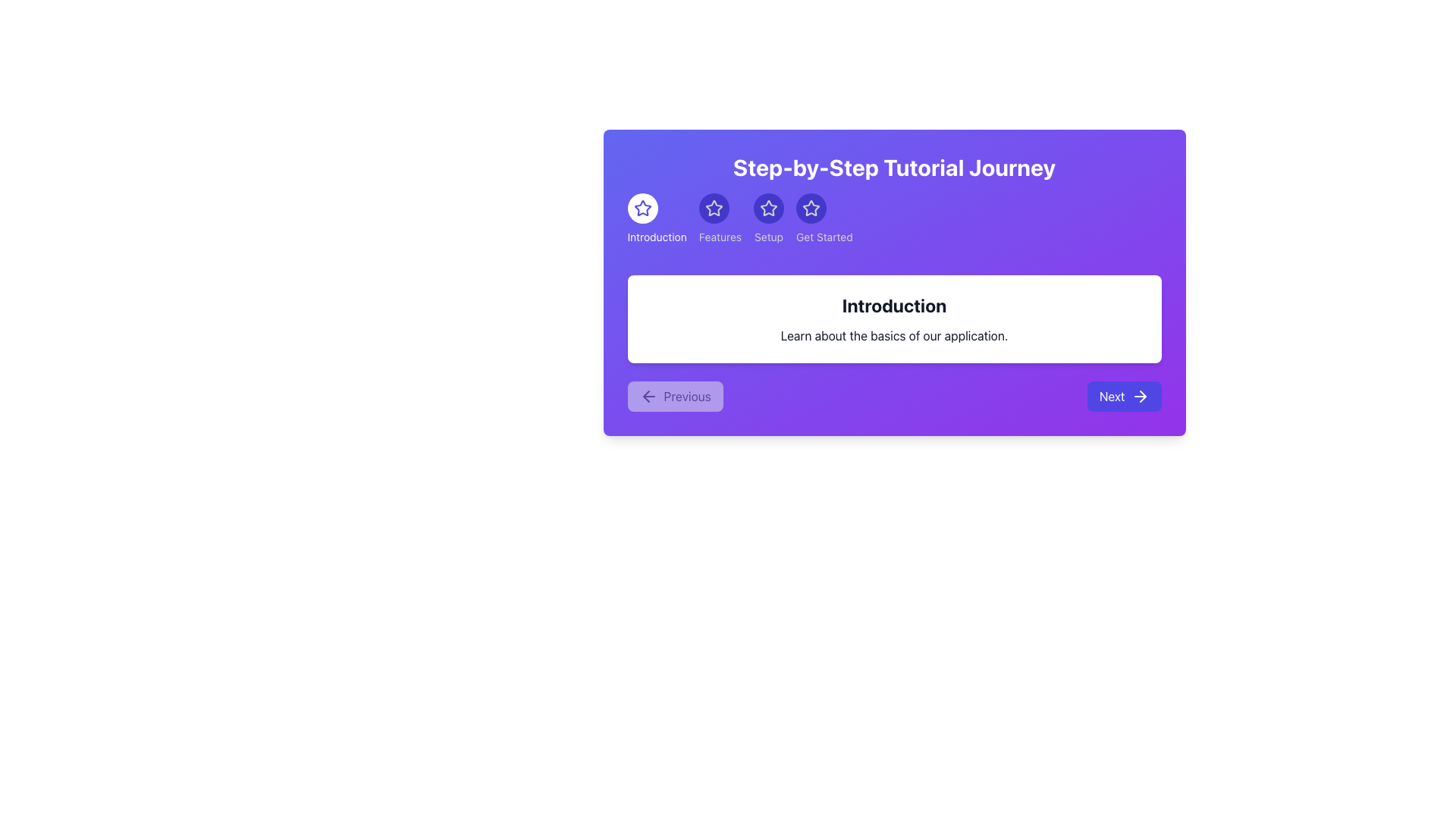 The width and height of the screenshot is (1456, 819). What do you see at coordinates (657, 219) in the screenshot?
I see `the 'Introduction' step indicator, which is the first element in a row of navigation items near the top of the purple panel` at bounding box center [657, 219].